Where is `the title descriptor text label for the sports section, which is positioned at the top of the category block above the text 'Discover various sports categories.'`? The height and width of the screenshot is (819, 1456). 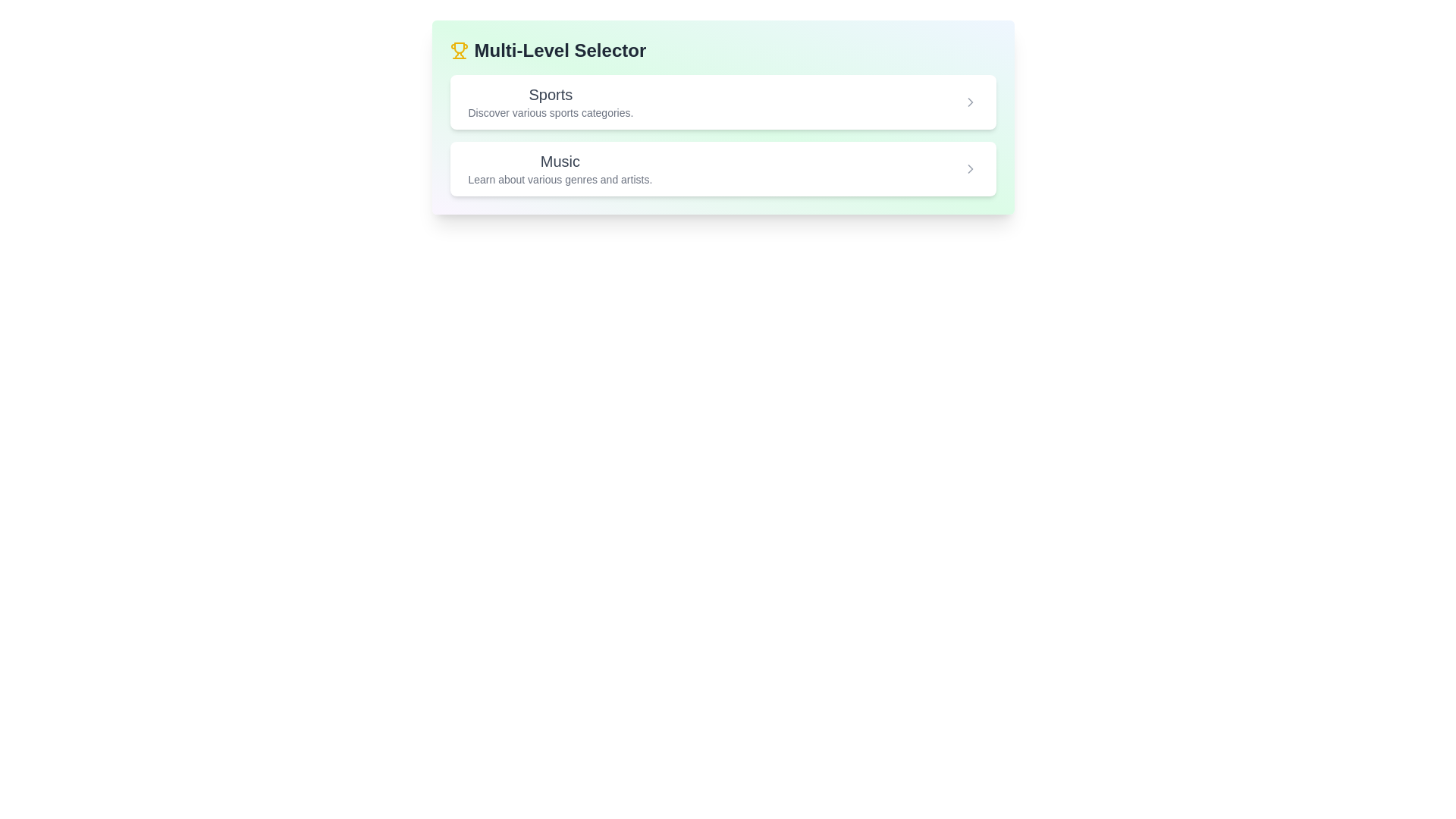 the title descriptor text label for the sports section, which is positioned at the top of the category block above the text 'Discover various sports categories.' is located at coordinates (550, 94).